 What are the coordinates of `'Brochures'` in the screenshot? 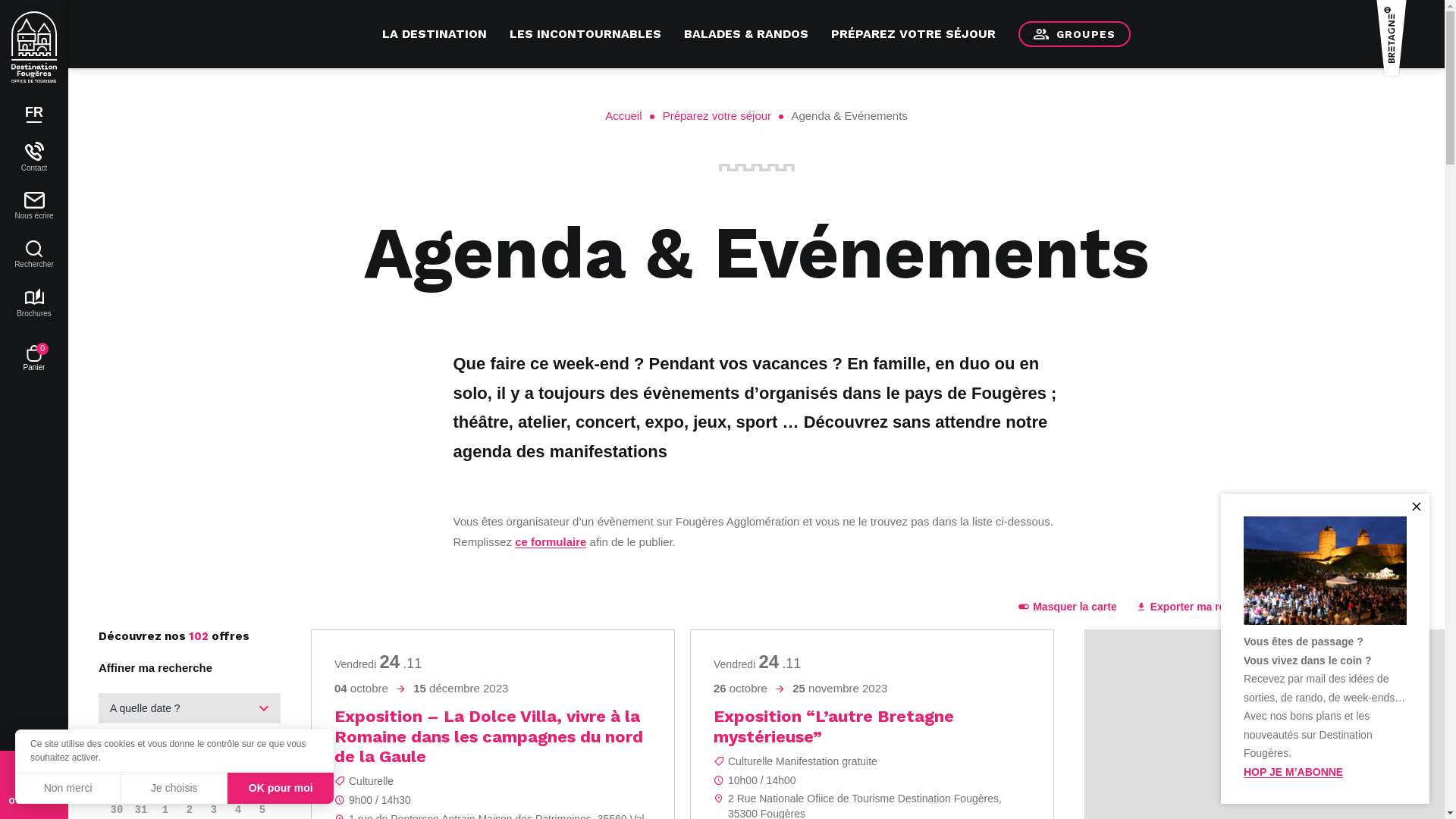 It's located at (11, 303).